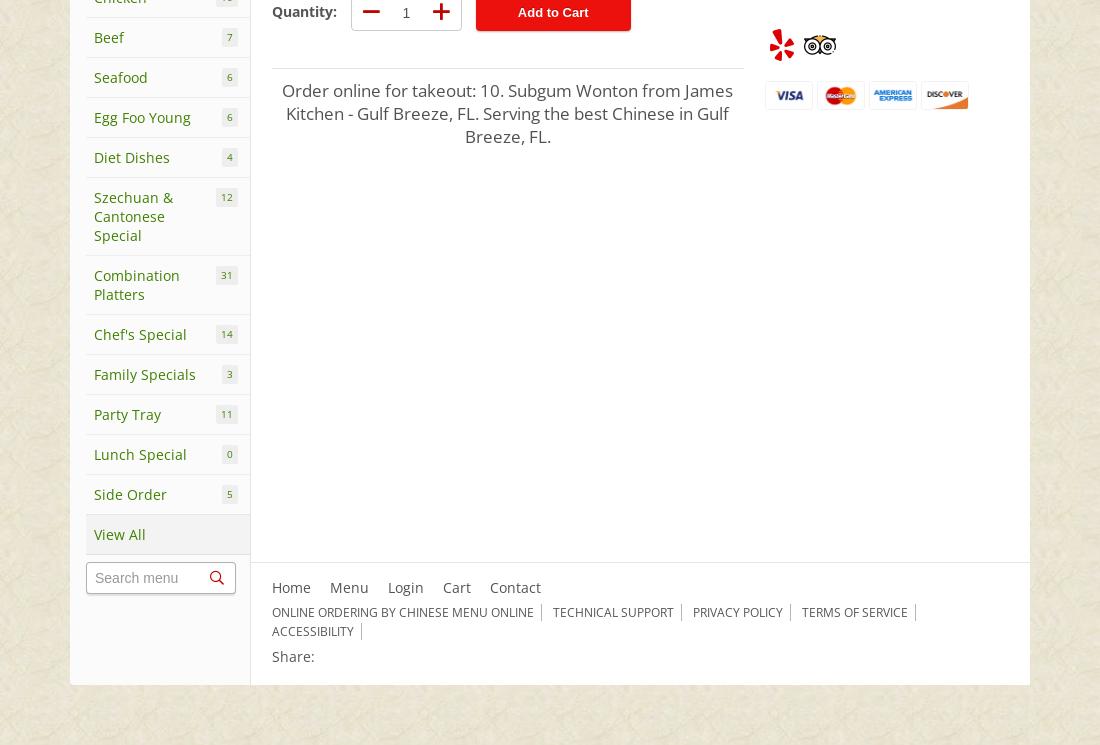 The height and width of the screenshot is (745, 1100). Describe the element at coordinates (853, 612) in the screenshot. I see `'Terms of Service'` at that location.